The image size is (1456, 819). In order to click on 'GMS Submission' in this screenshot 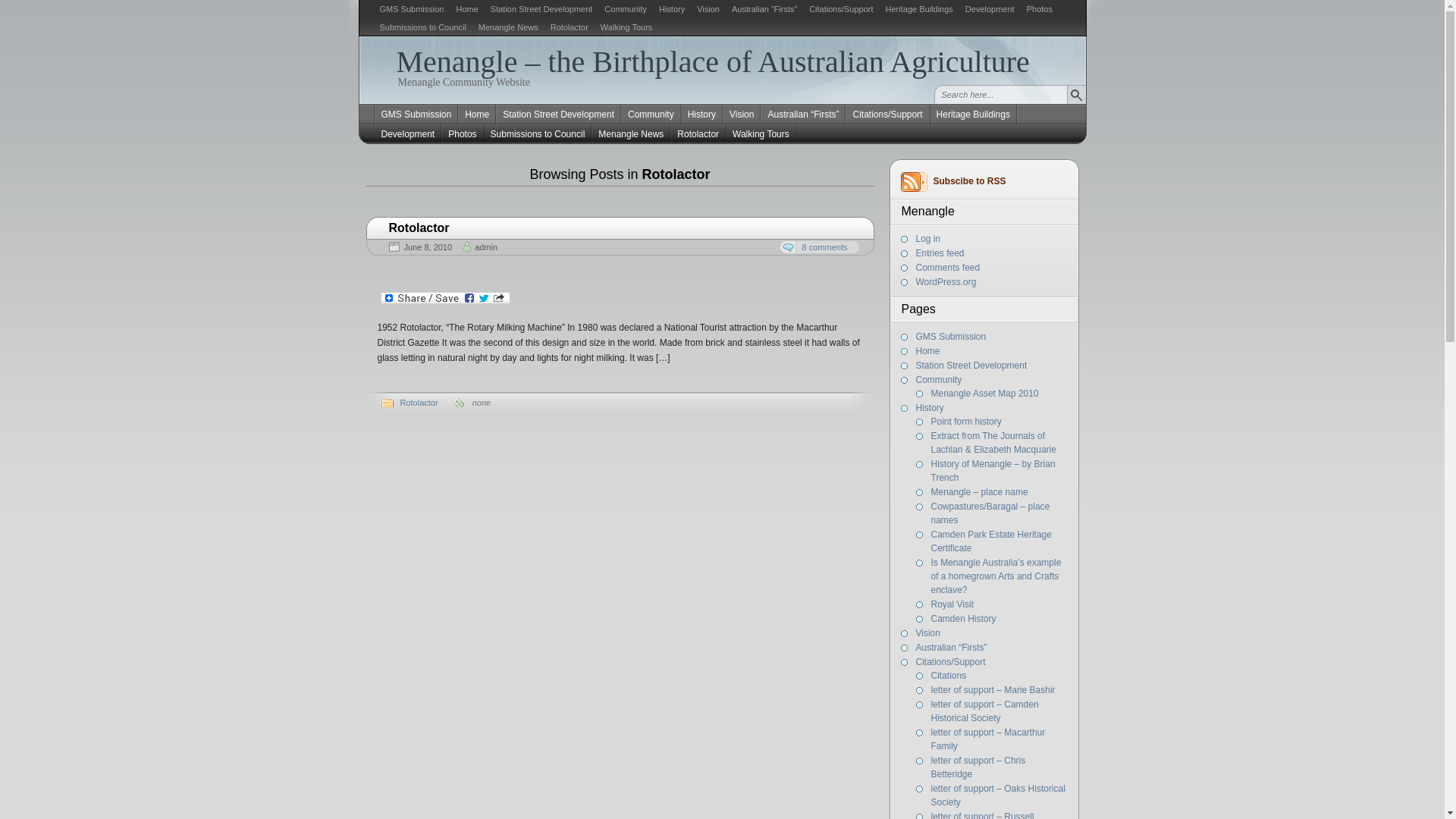, I will do `click(416, 113)`.